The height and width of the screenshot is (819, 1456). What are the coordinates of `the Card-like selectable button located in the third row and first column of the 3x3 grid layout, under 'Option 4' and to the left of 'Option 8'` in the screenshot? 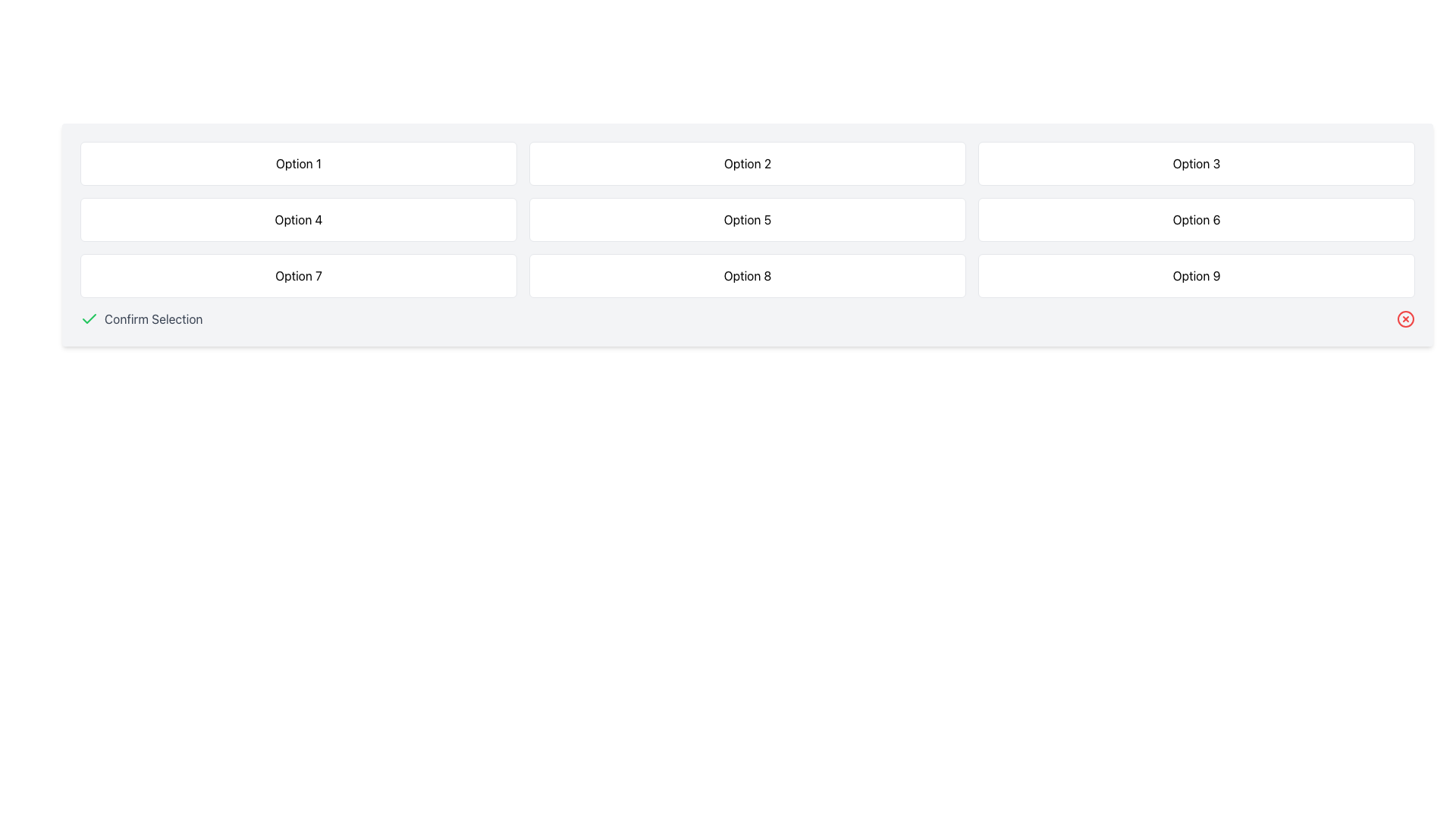 It's located at (298, 275).